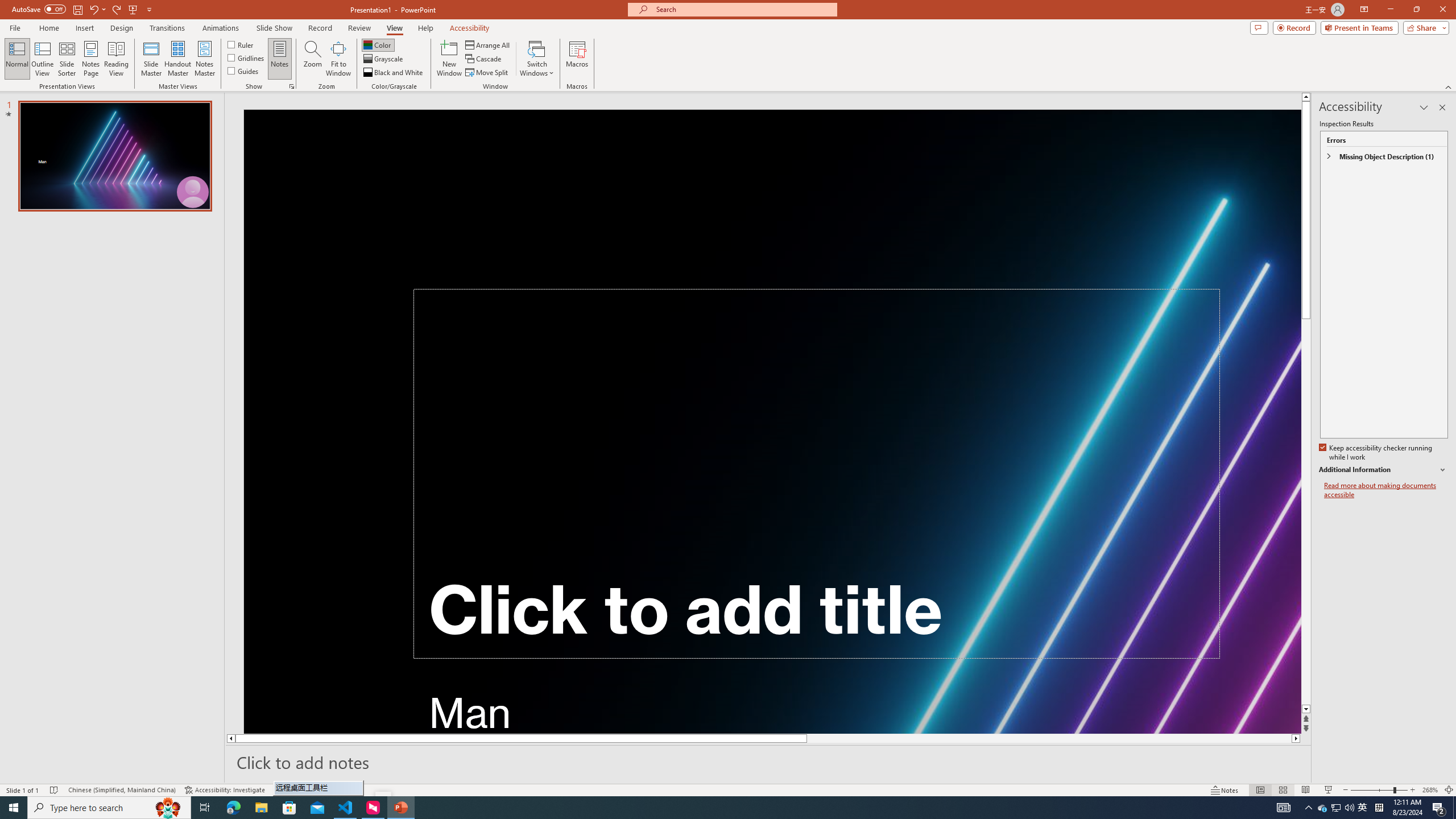 The image size is (1456, 819). Describe the element at coordinates (772, 421) in the screenshot. I see `'Neon laser lights aligned to form a triangle'` at that location.